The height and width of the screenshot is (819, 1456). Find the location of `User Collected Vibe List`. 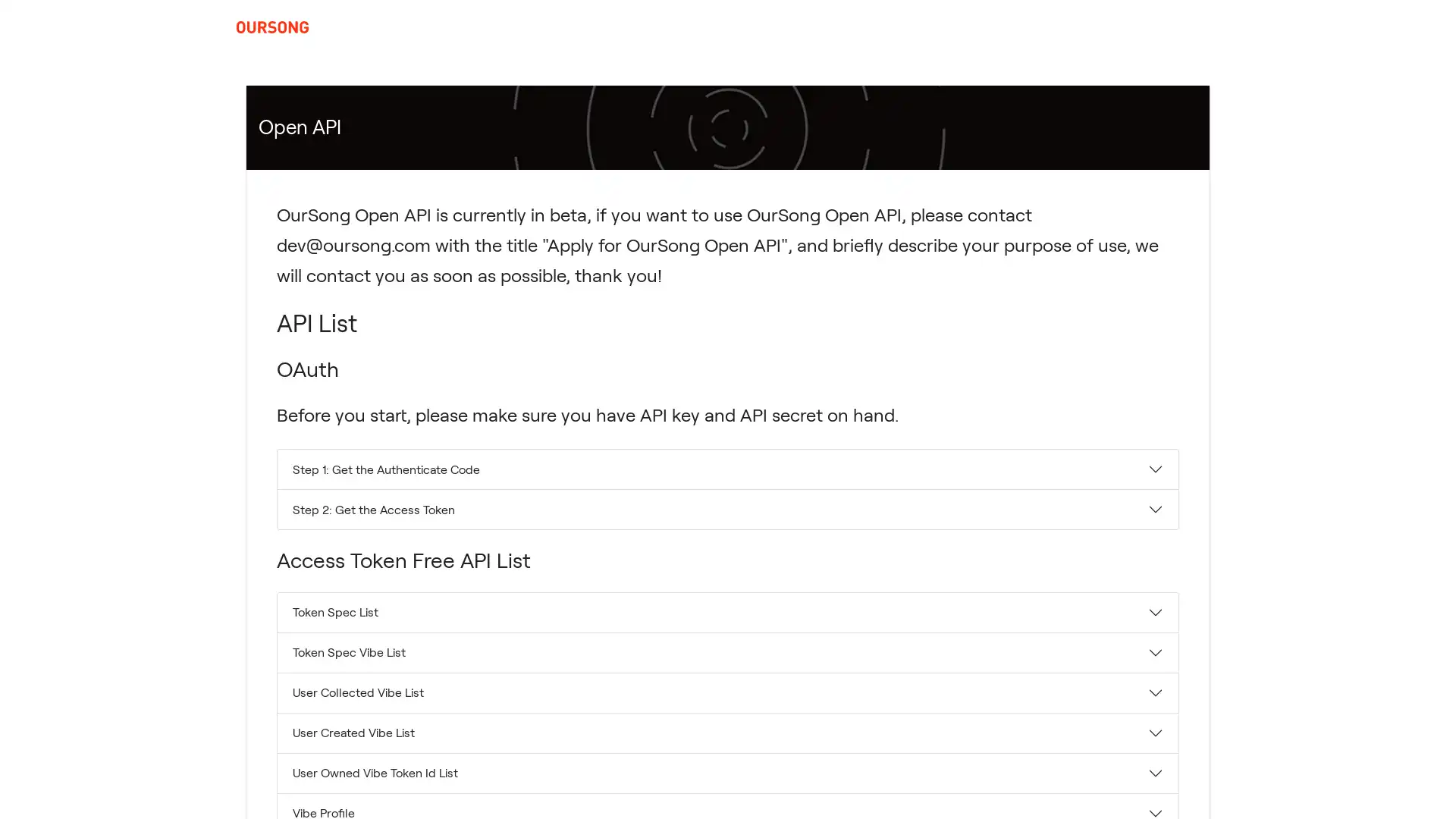

User Collected Vibe List is located at coordinates (728, 692).